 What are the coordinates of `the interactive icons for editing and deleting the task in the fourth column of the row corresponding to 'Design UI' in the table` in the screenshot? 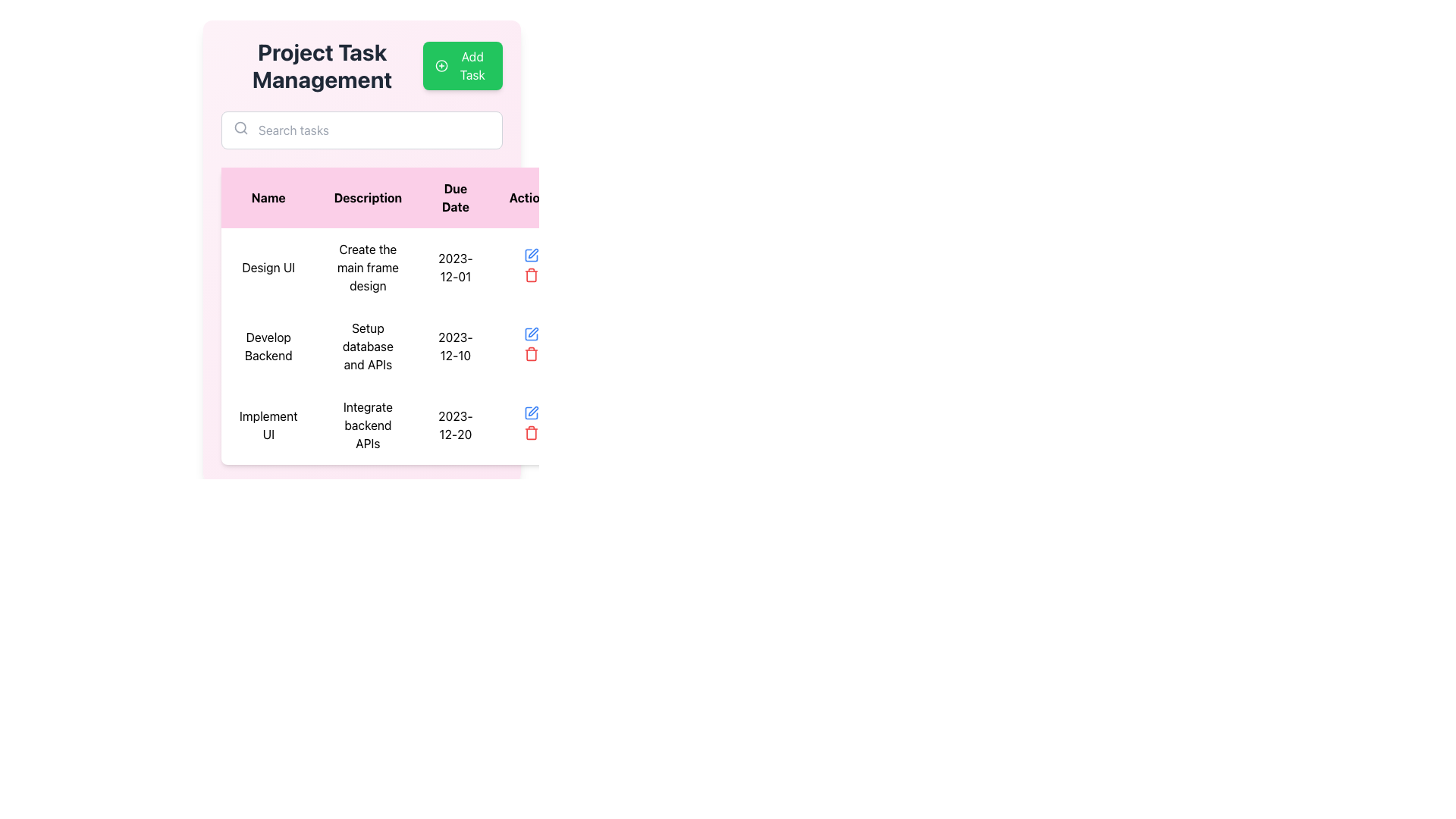 It's located at (531, 267).